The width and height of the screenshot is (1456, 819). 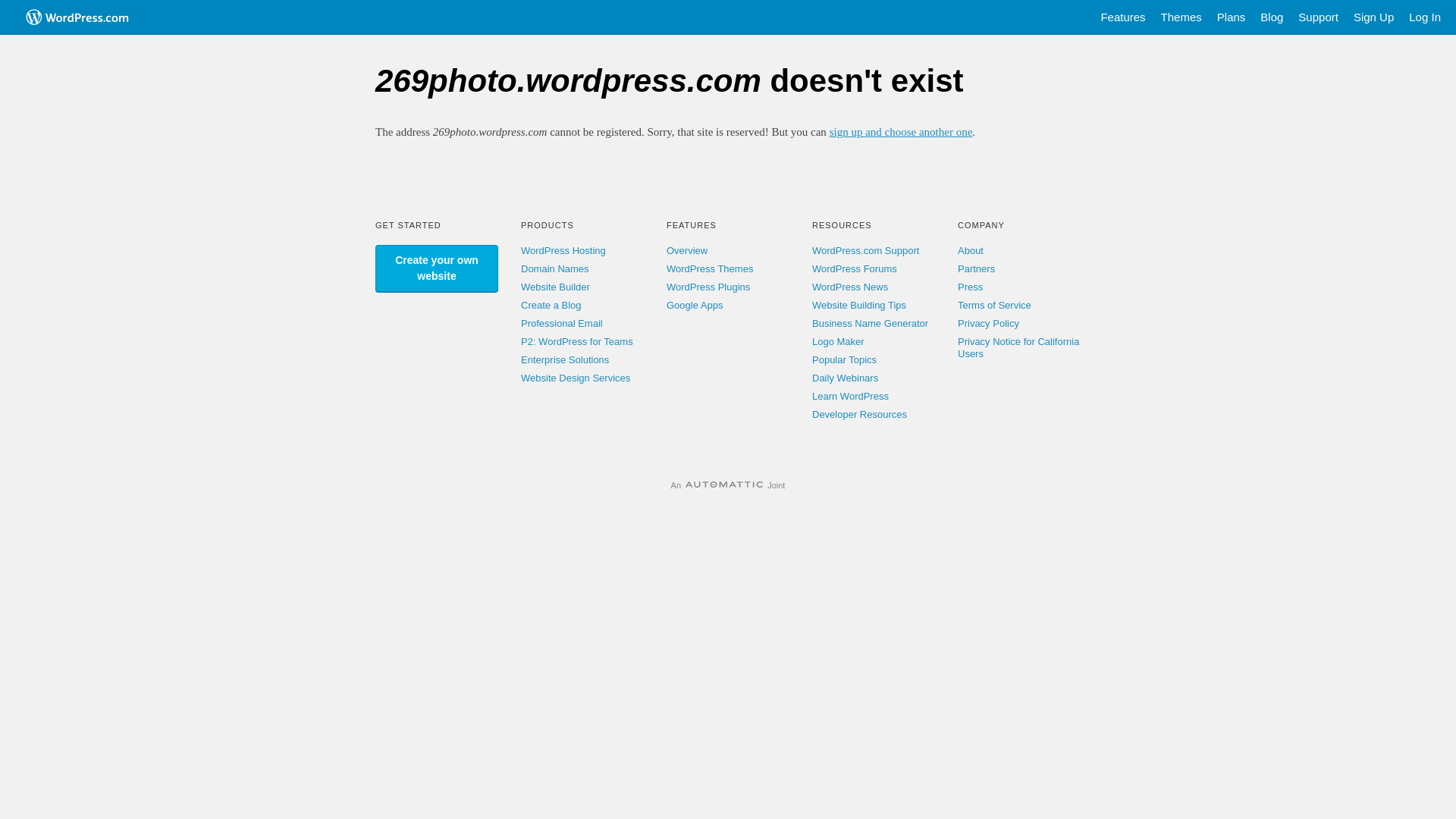 What do you see at coordinates (844, 377) in the screenshot?
I see `'Daily Webinars'` at bounding box center [844, 377].